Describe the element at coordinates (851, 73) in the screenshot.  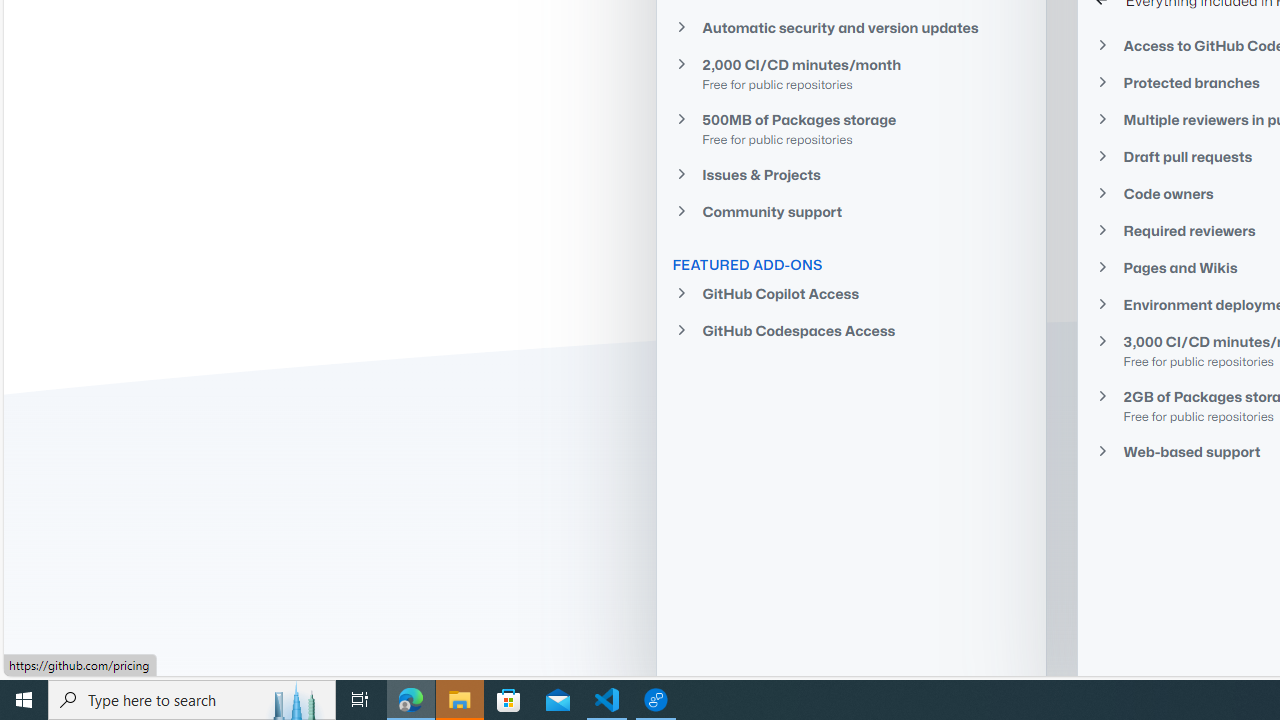
I see `'2,000 CI/CD minutes/month Free for public repositories'` at that location.